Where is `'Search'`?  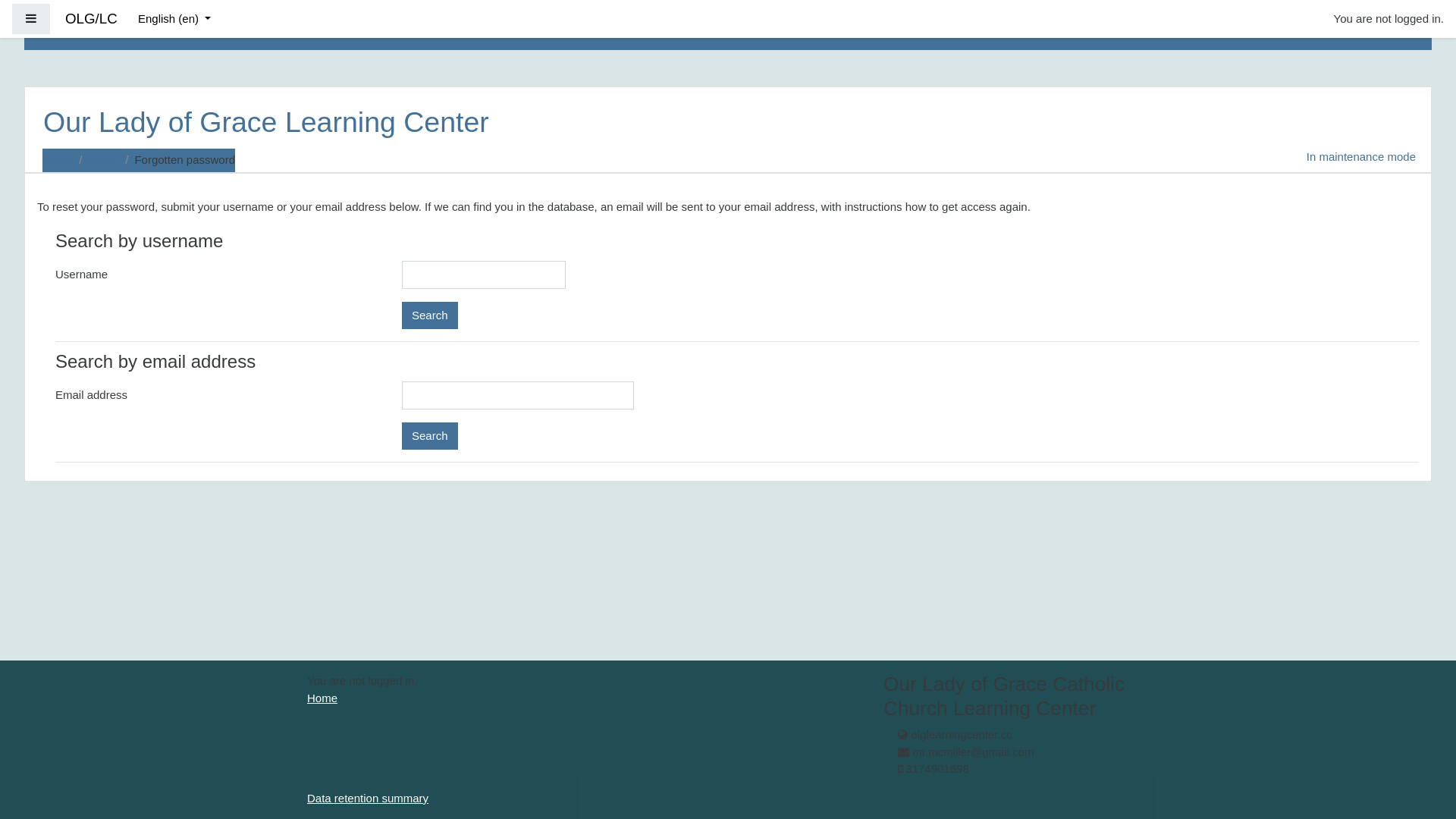 'Search' is located at coordinates (428, 315).